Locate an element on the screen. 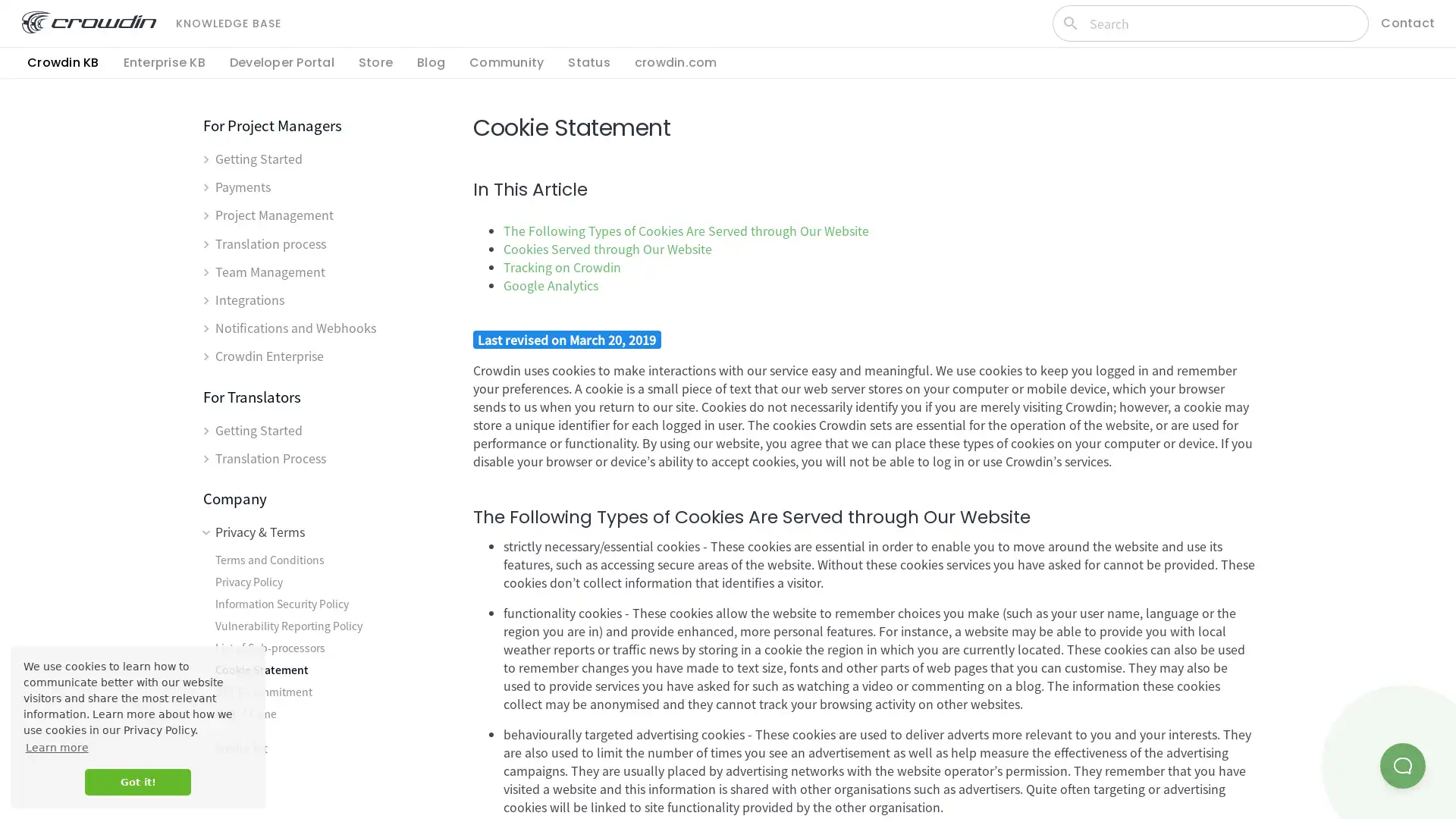 This screenshot has height=819, width=1456. dismiss cookie message is located at coordinates (138, 782).